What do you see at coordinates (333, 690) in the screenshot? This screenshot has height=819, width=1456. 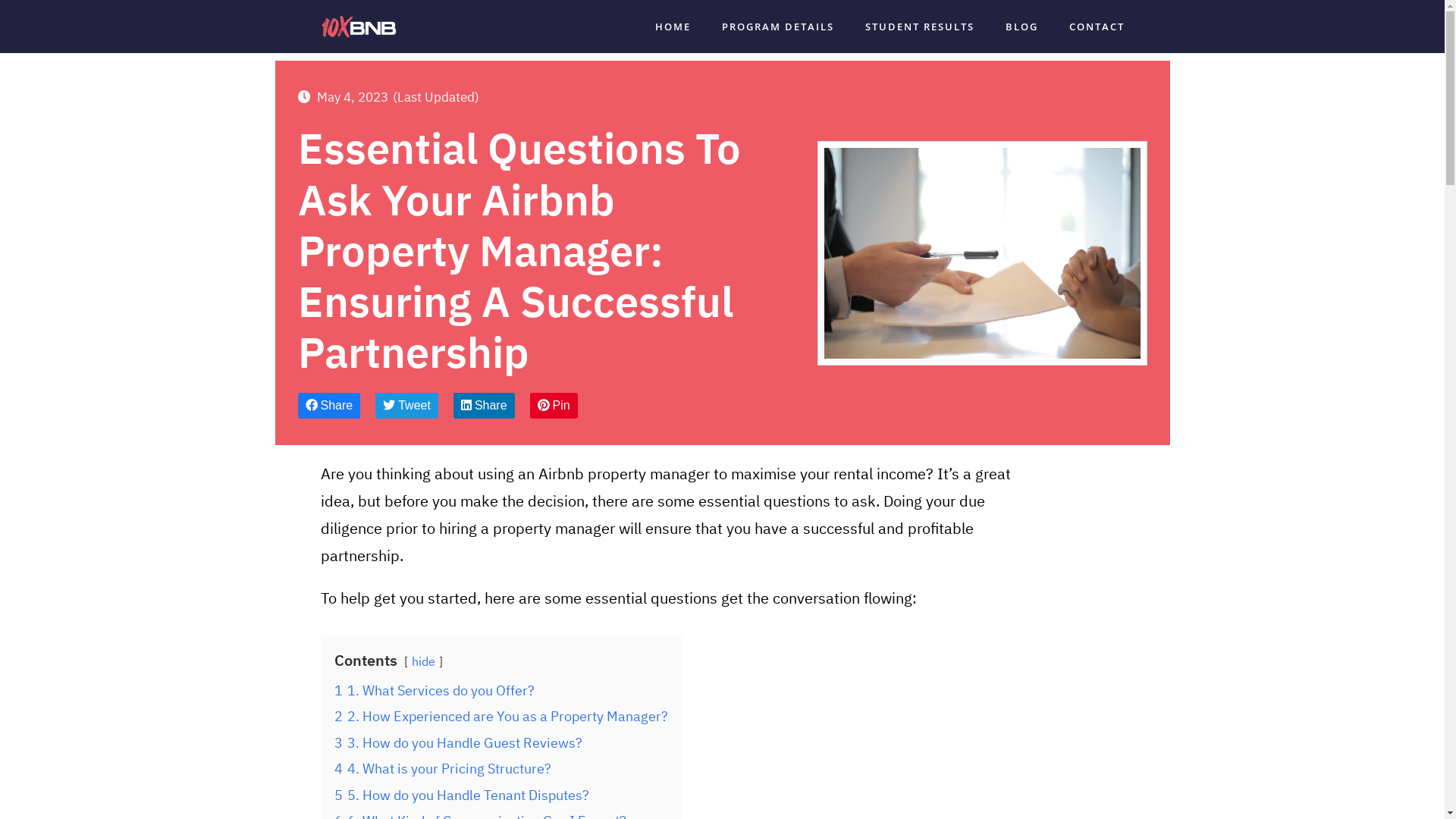 I see `'1 1. What Services do you Offer?'` at bounding box center [333, 690].